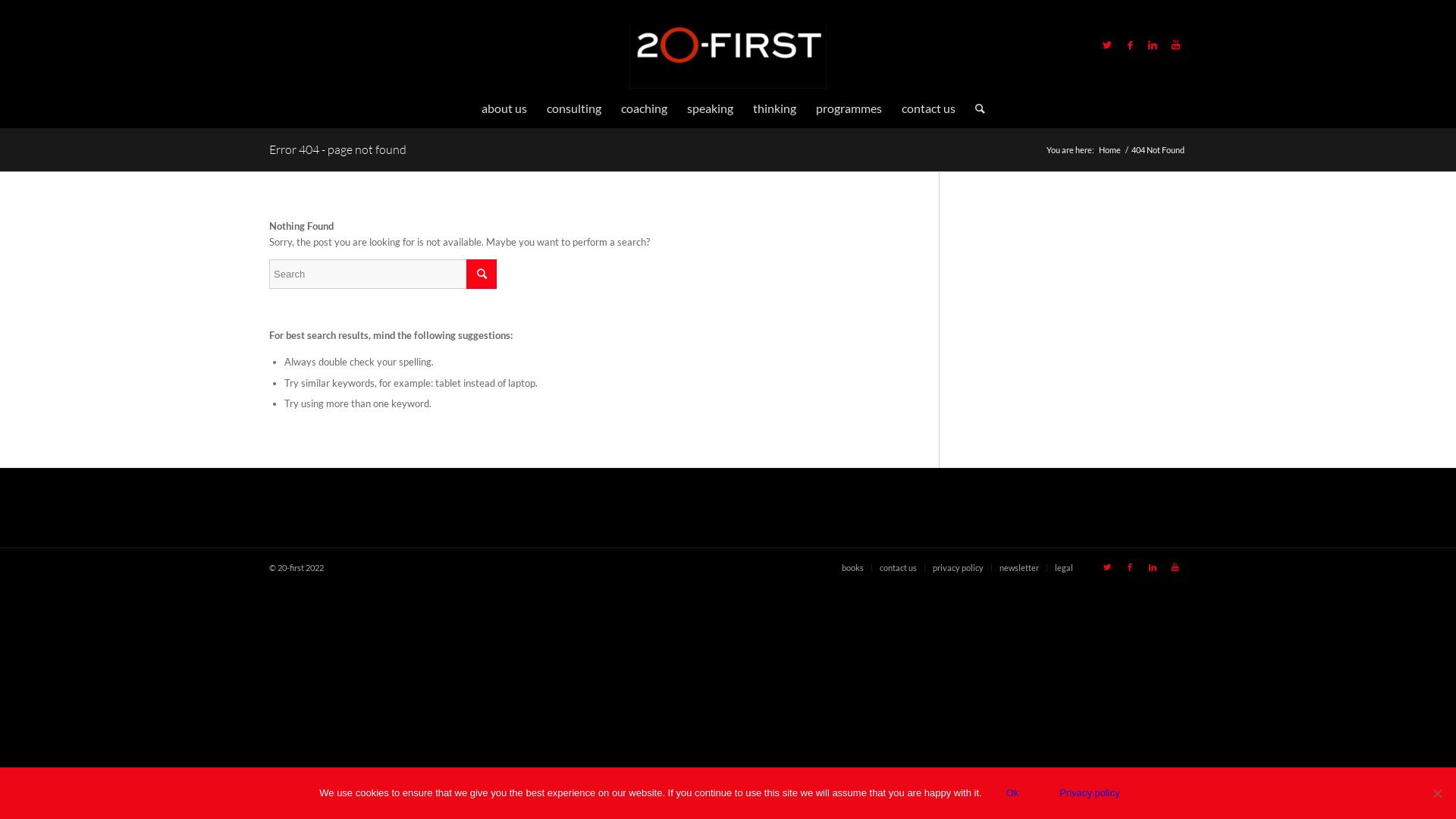  What do you see at coordinates (1106, 43) in the screenshot?
I see `'Twitter'` at bounding box center [1106, 43].